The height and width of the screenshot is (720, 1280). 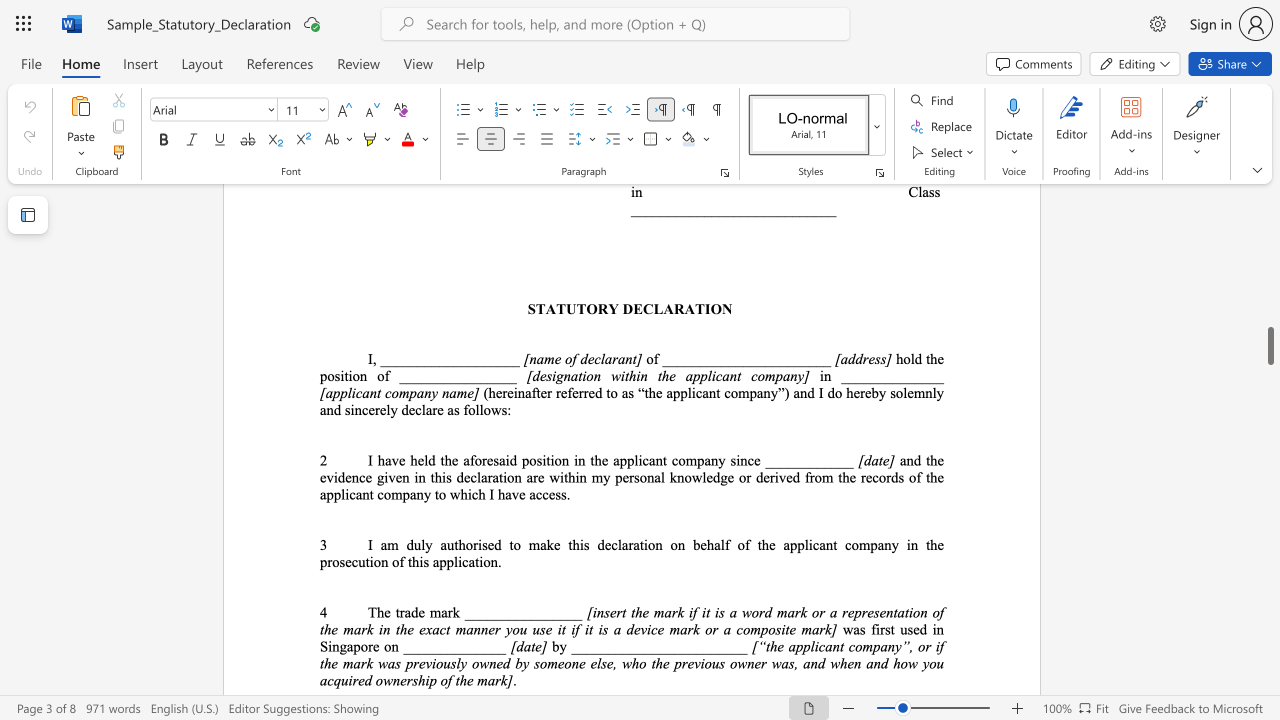 I want to click on the scrollbar on the side, so click(x=1269, y=220).